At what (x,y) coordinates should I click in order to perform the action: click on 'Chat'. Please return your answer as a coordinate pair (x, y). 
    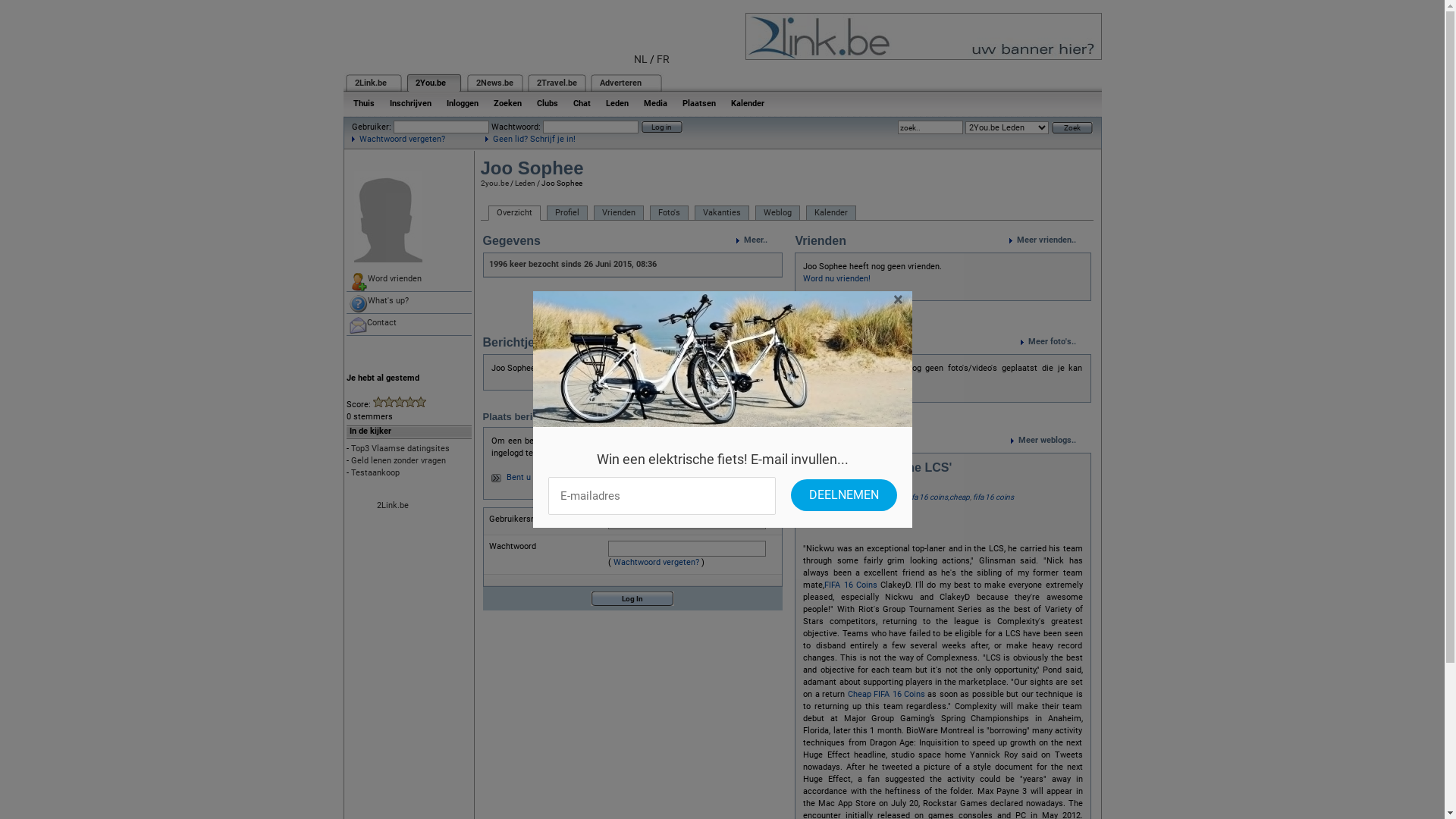
    Looking at the image, I should click on (581, 102).